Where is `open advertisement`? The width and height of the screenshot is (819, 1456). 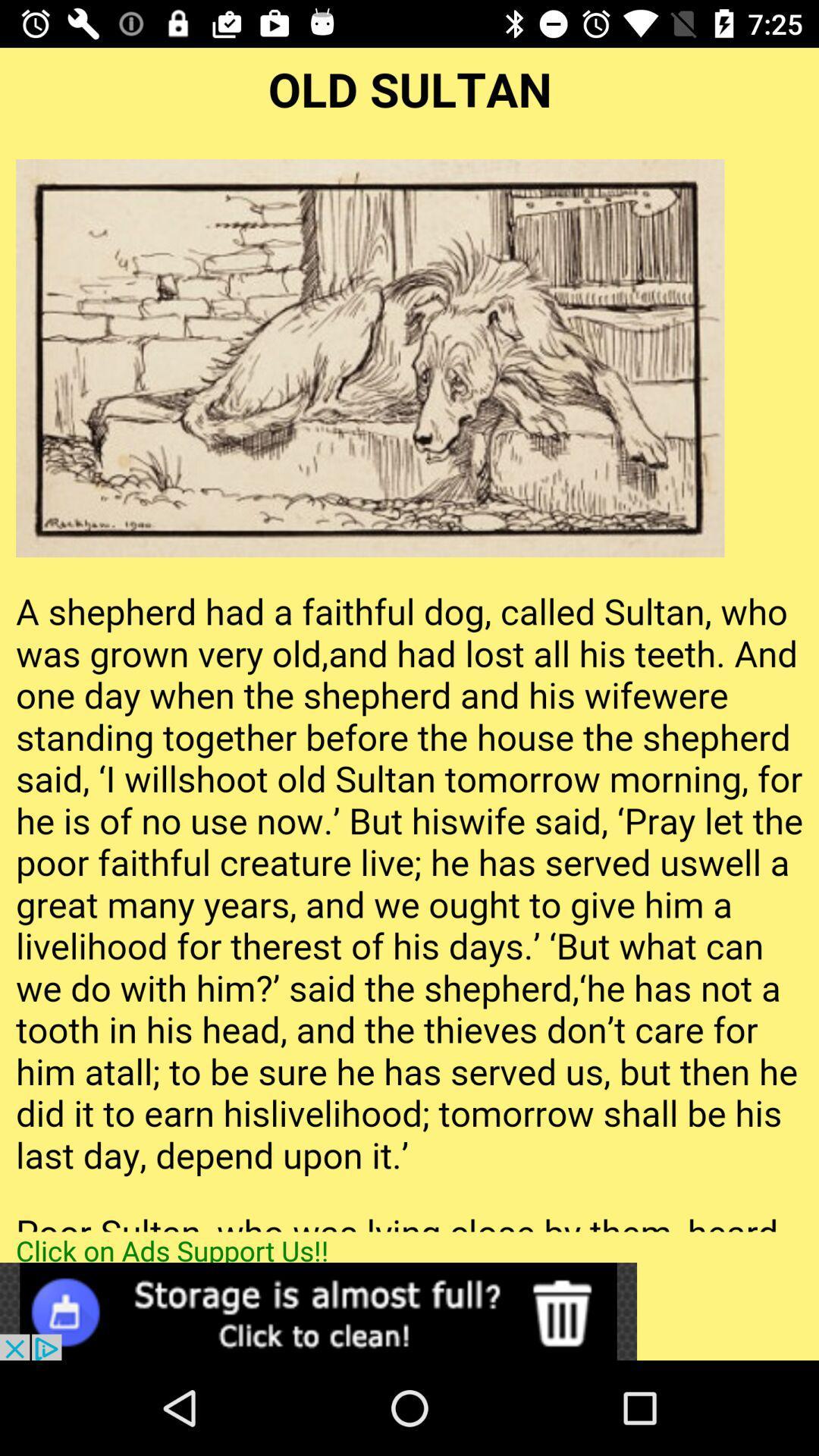
open advertisement is located at coordinates (318, 1310).